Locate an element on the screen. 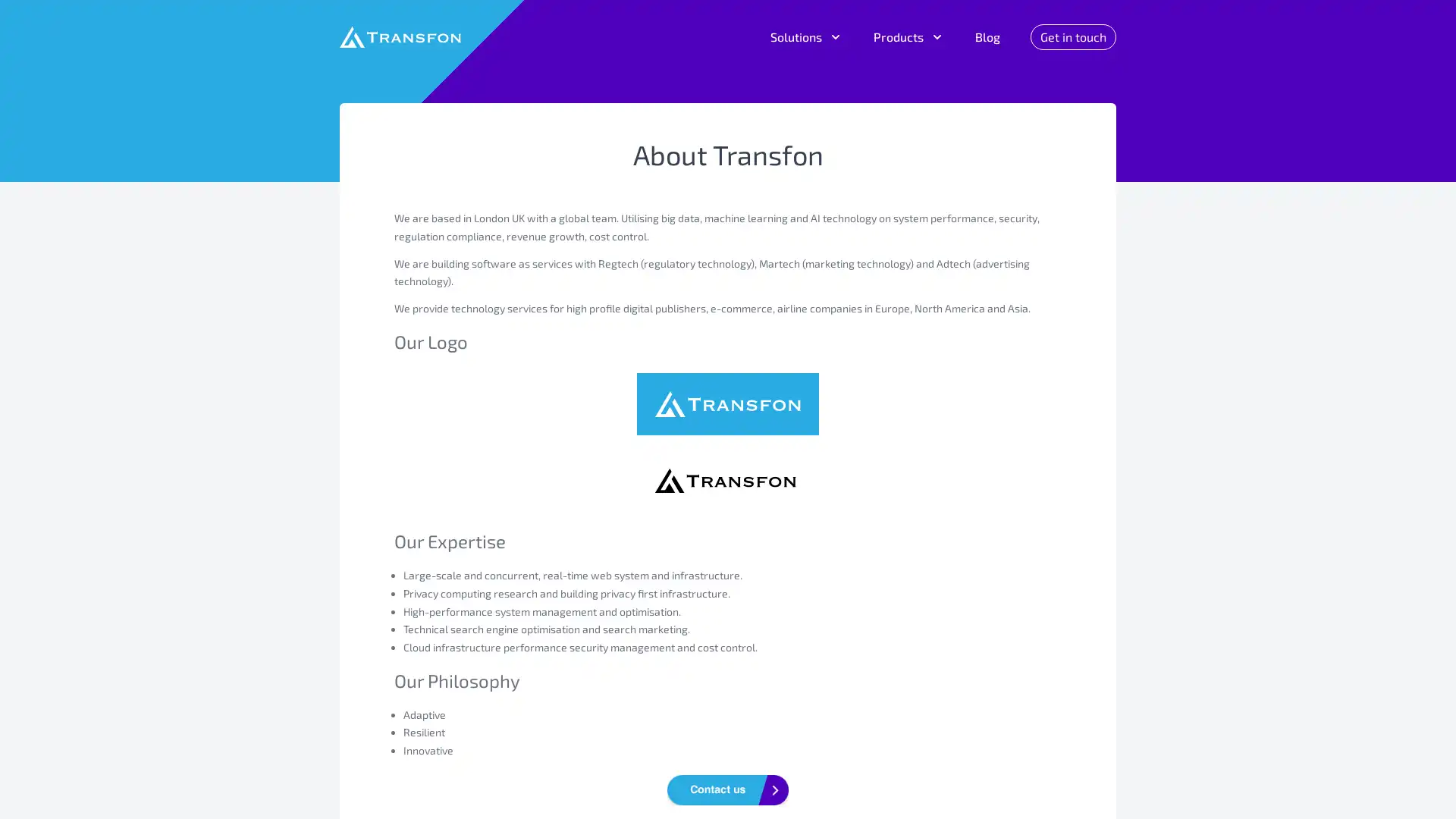 The image size is (1456, 819). Do Not Sell My Data is located at coordinates (102, 791).